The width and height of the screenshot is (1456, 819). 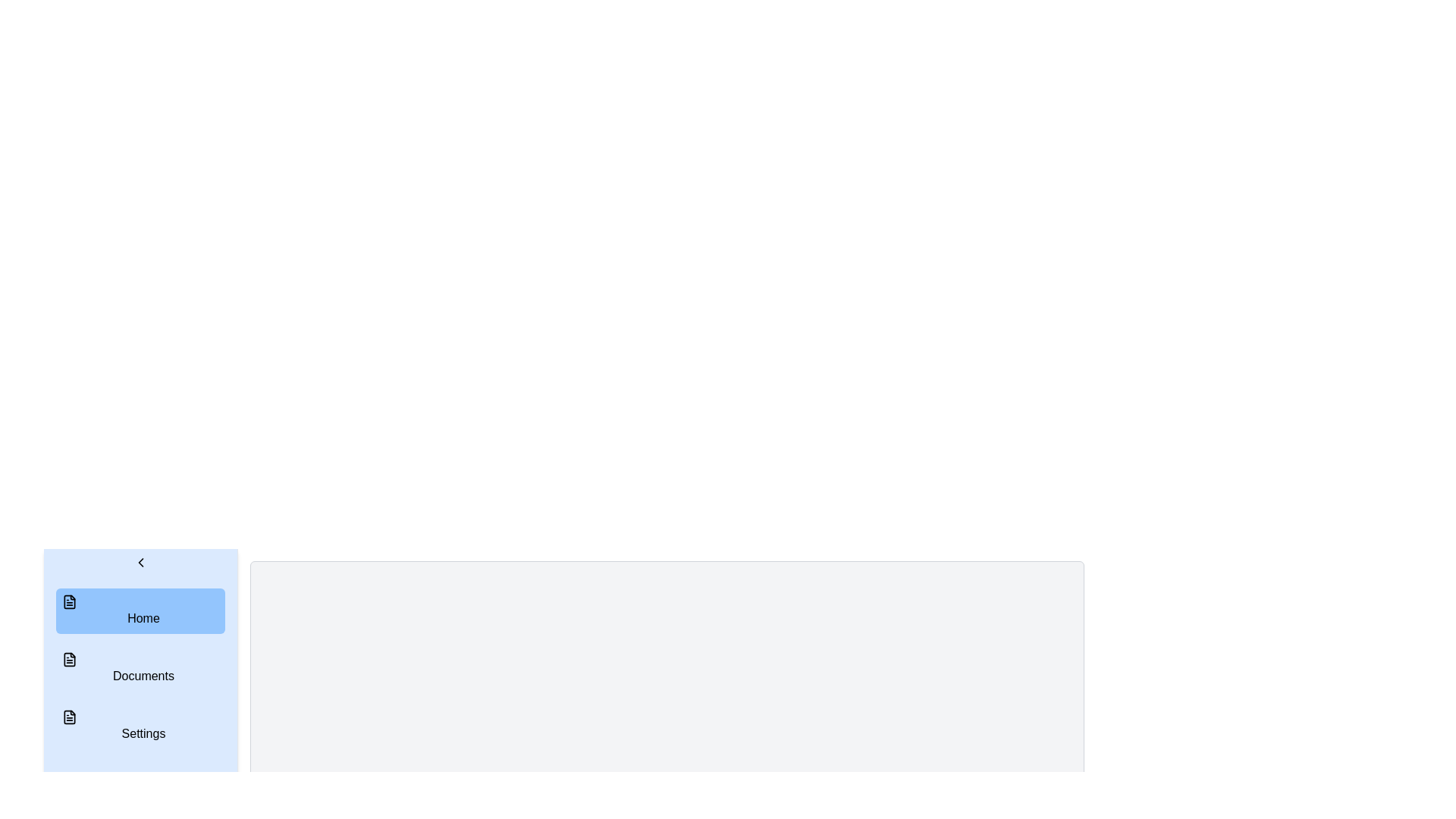 What do you see at coordinates (143, 618) in the screenshot?
I see `the text label displaying 'Home' which is styled in capitalized format and positioned within a highlighted blue rectangular background in the vertical navigation menu` at bounding box center [143, 618].